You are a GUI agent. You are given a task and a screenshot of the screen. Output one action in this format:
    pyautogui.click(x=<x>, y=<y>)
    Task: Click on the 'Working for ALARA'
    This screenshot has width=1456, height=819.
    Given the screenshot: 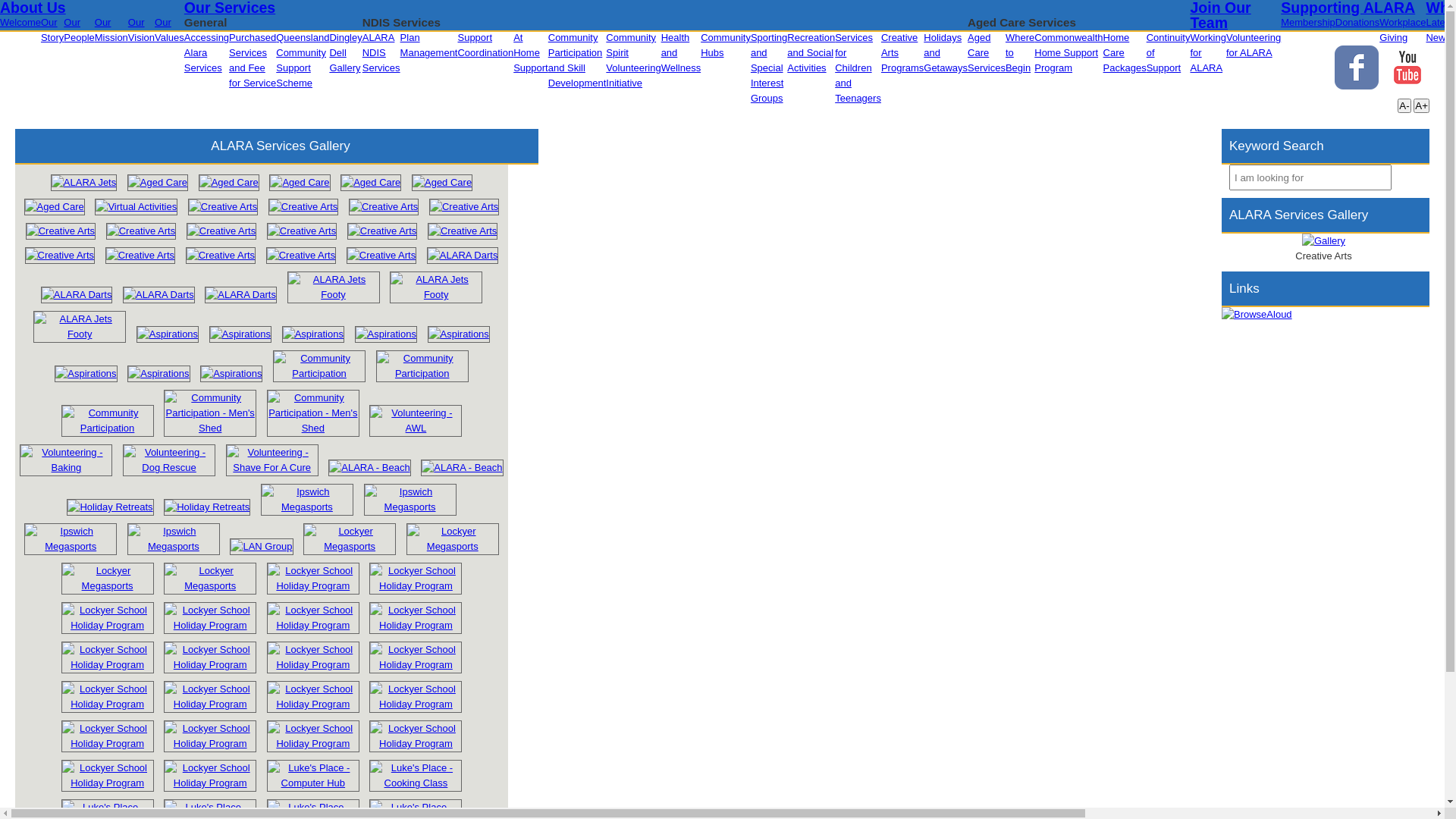 What is the action you would take?
    pyautogui.click(x=1207, y=52)
    